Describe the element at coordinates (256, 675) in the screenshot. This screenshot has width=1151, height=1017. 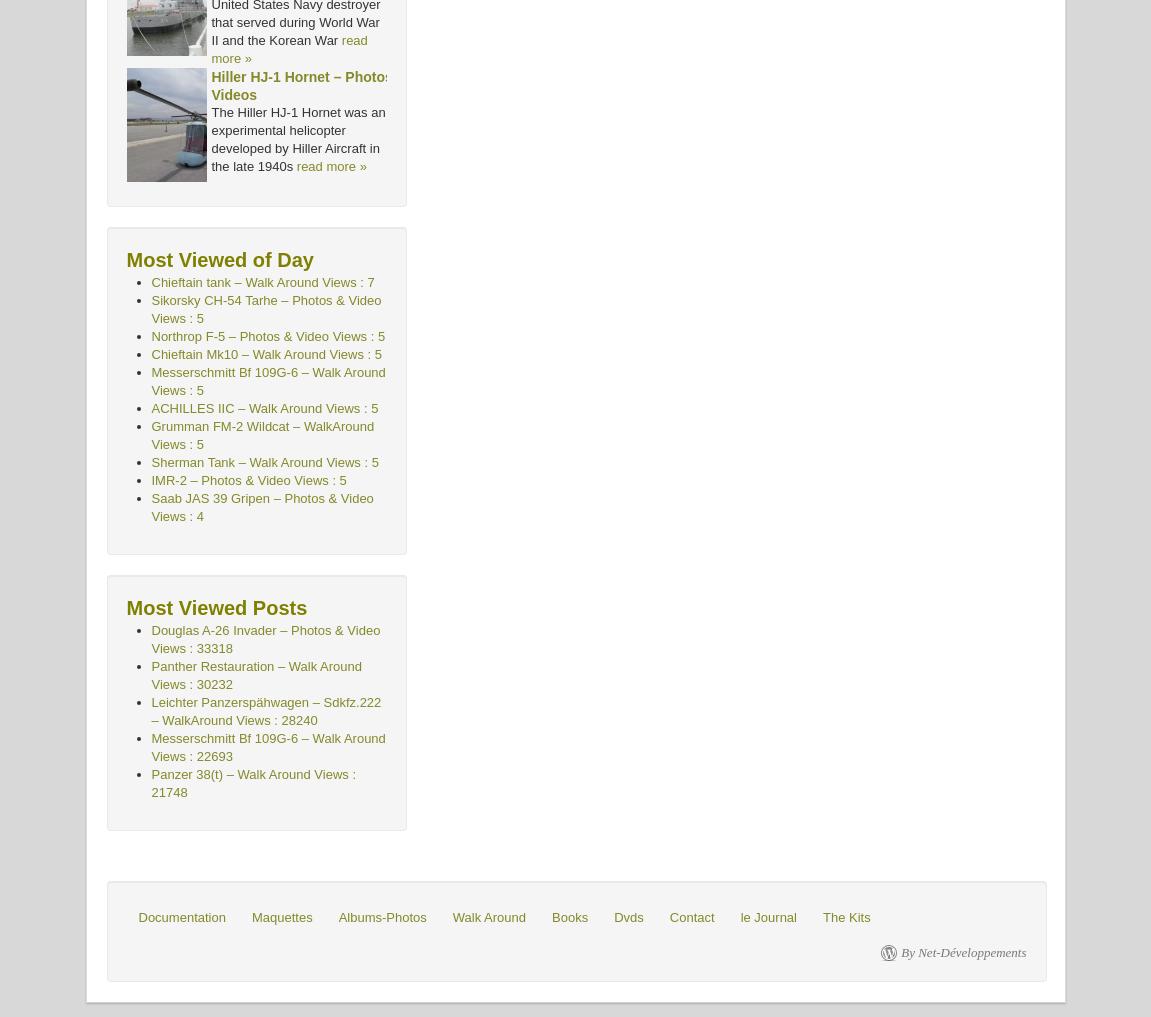
I see `'Panther Restauration – Walk Around Views : 30232'` at that location.